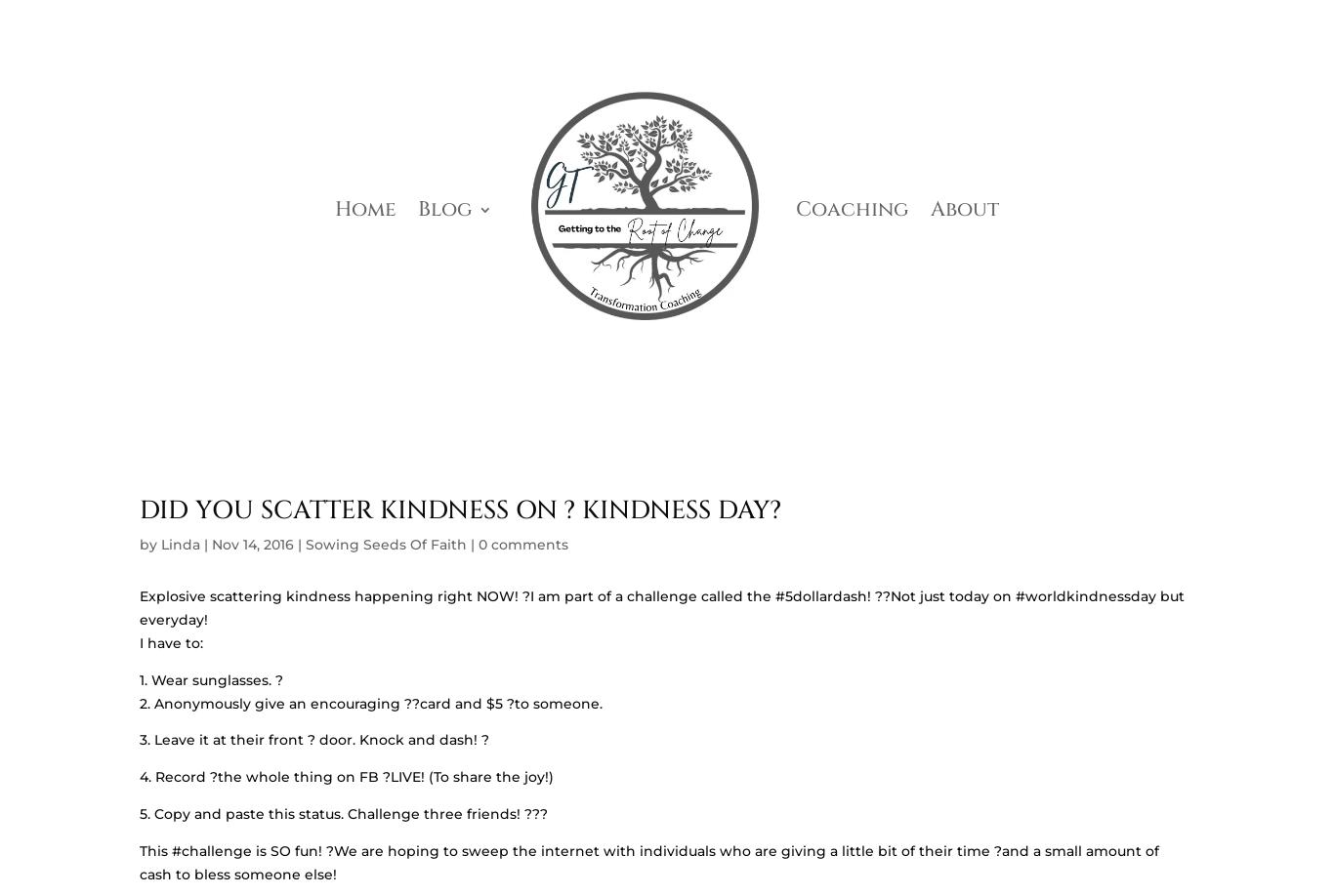 This screenshot has height=896, width=1334. I want to click on 'HOW I LEARNED TO CHOOSE JOY AND FIND MY PURPOSE', so click(518, 433).